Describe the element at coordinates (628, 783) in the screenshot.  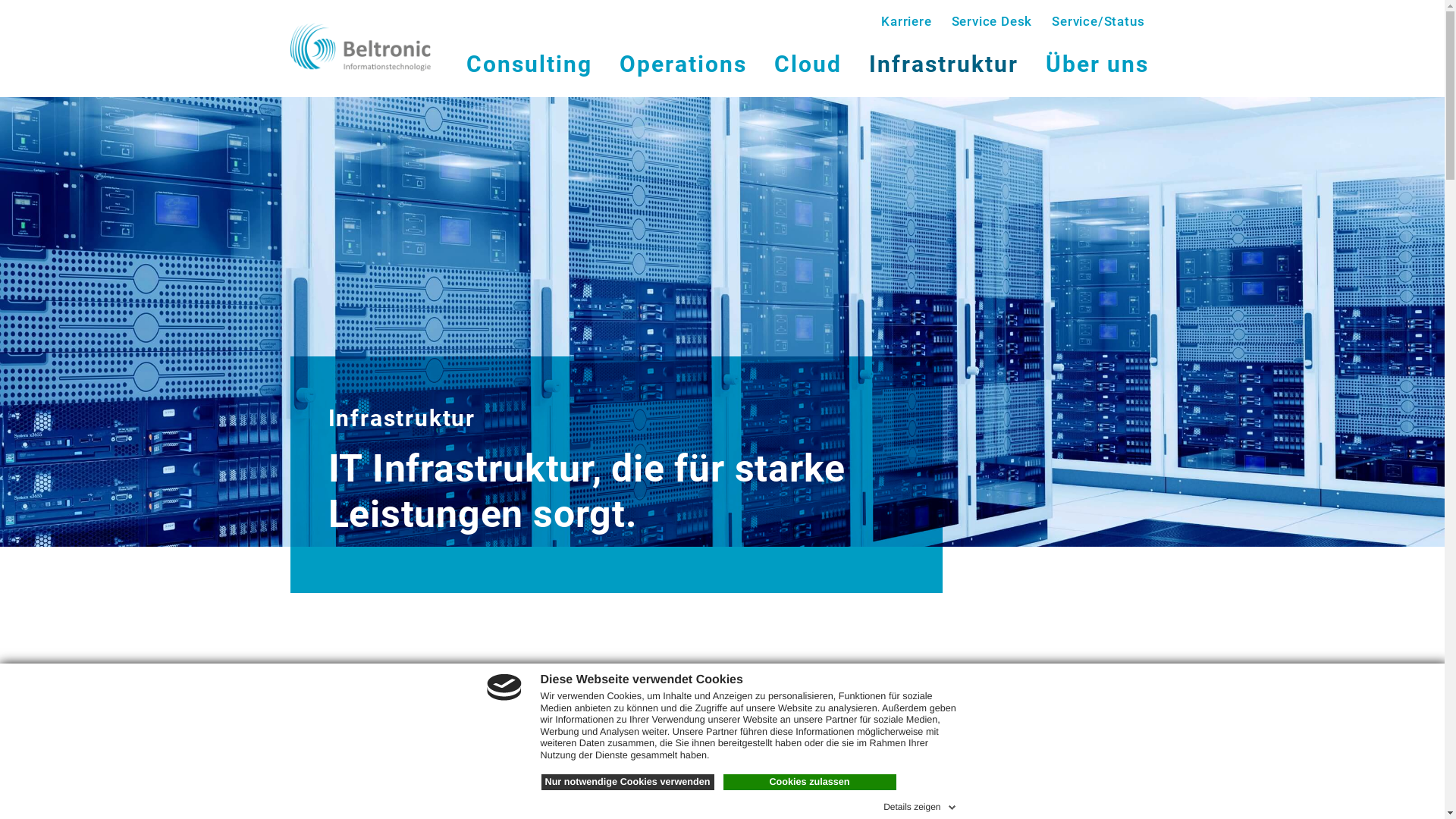
I see `'Nur notwendige Cookies verwenden'` at that location.